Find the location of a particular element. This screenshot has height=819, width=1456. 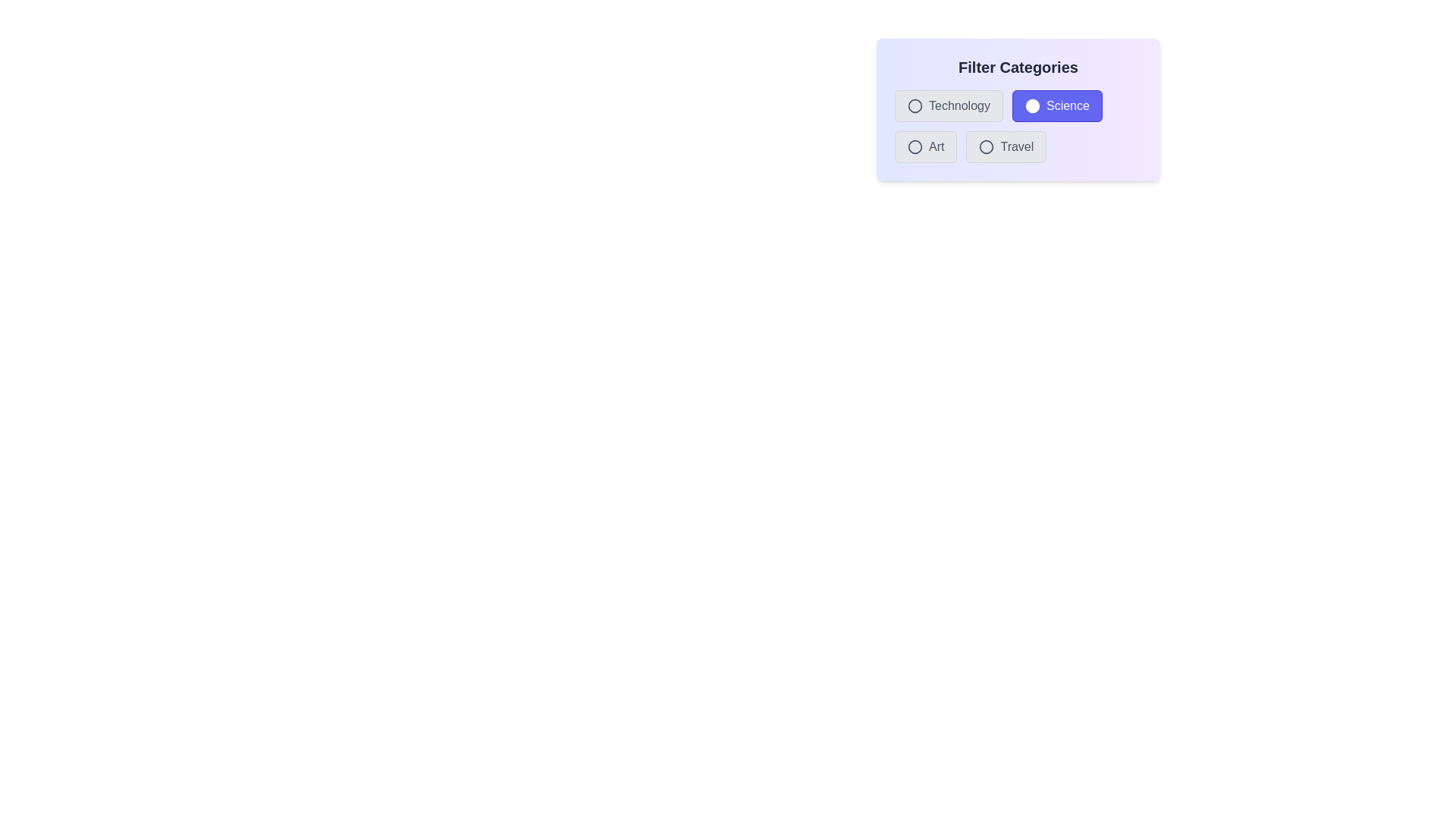

the Travel button to observe the hover effect is located at coordinates (1006, 146).